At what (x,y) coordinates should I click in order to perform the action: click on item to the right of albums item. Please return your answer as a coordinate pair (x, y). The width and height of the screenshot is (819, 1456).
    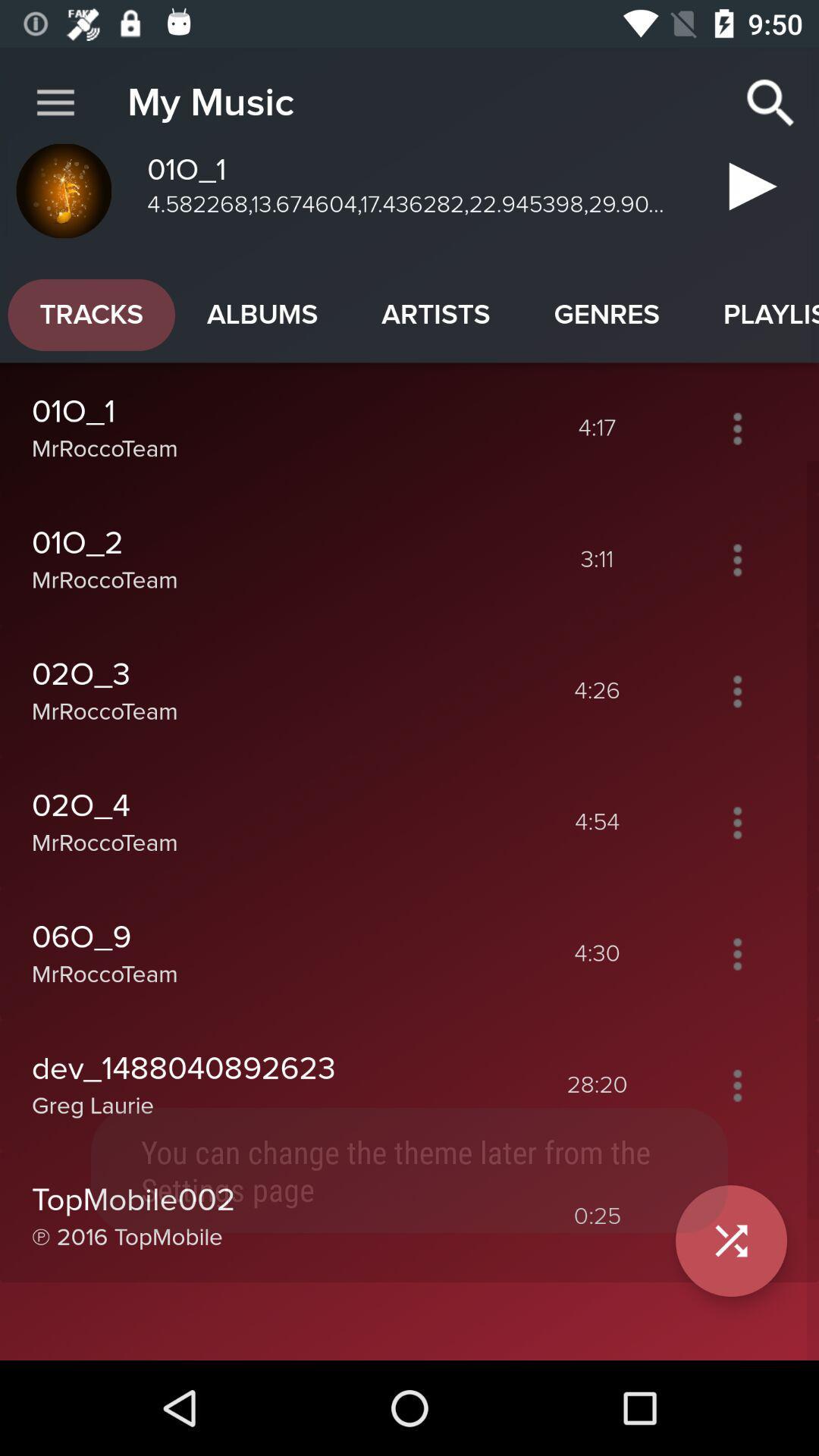
    Looking at the image, I should click on (435, 314).